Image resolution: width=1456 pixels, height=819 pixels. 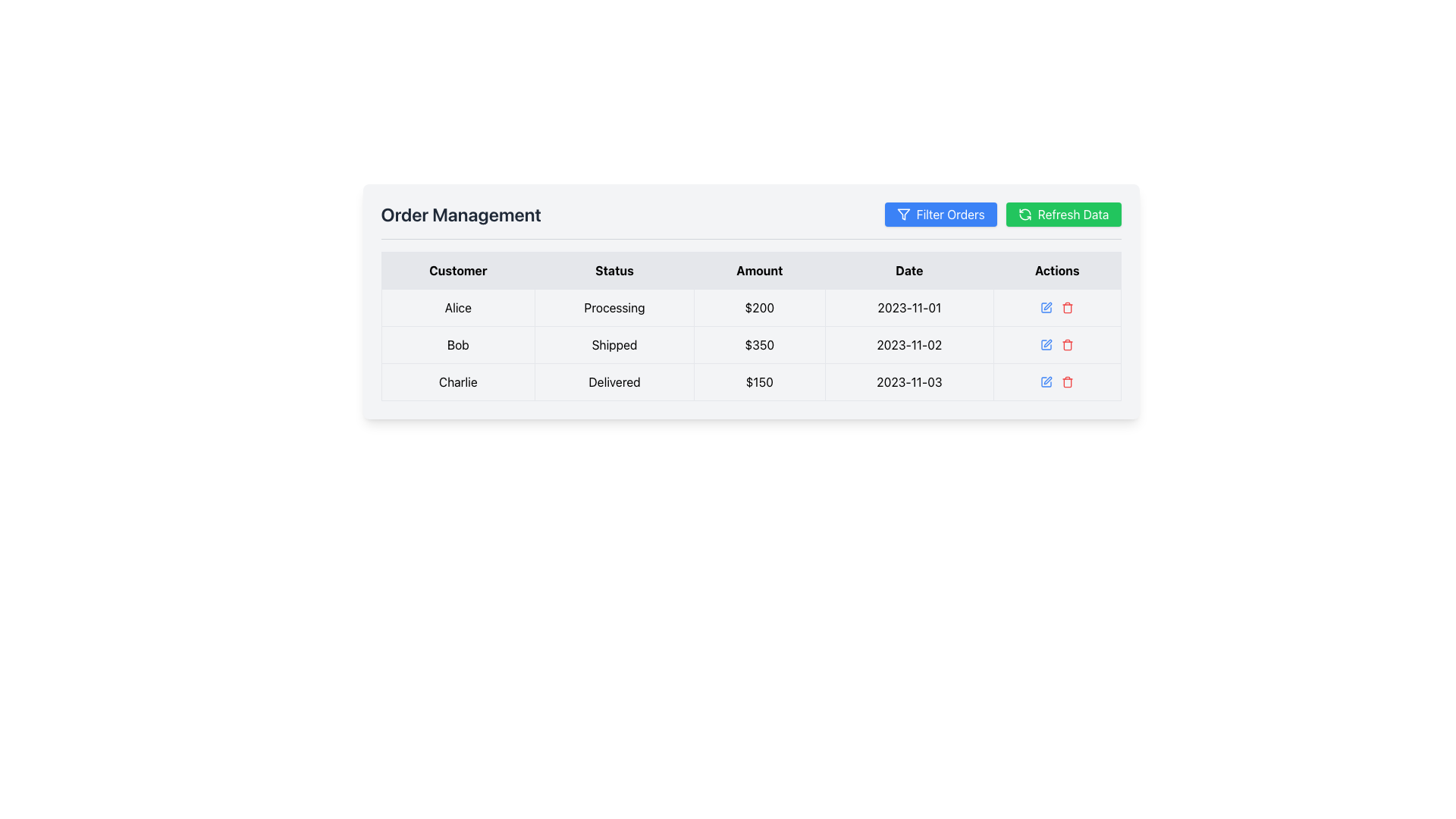 What do you see at coordinates (614, 270) in the screenshot?
I see `the 'Status' column header in the table, which is the second column in the header row containing labels such as 'Customer', 'Status', 'Amount', 'Date', and 'Actions'` at bounding box center [614, 270].